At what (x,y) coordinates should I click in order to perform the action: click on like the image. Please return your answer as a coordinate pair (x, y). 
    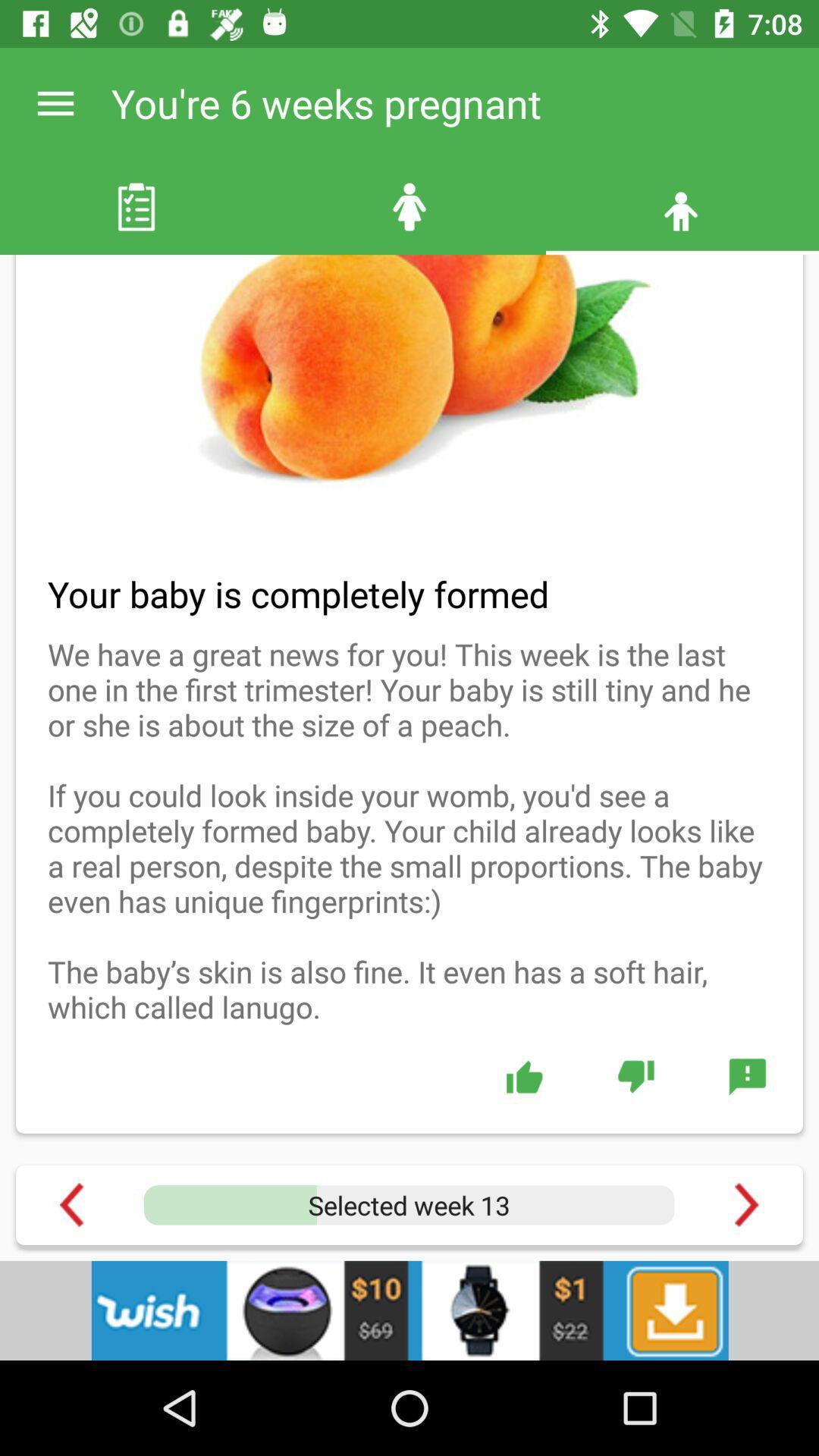
    Looking at the image, I should click on (523, 1075).